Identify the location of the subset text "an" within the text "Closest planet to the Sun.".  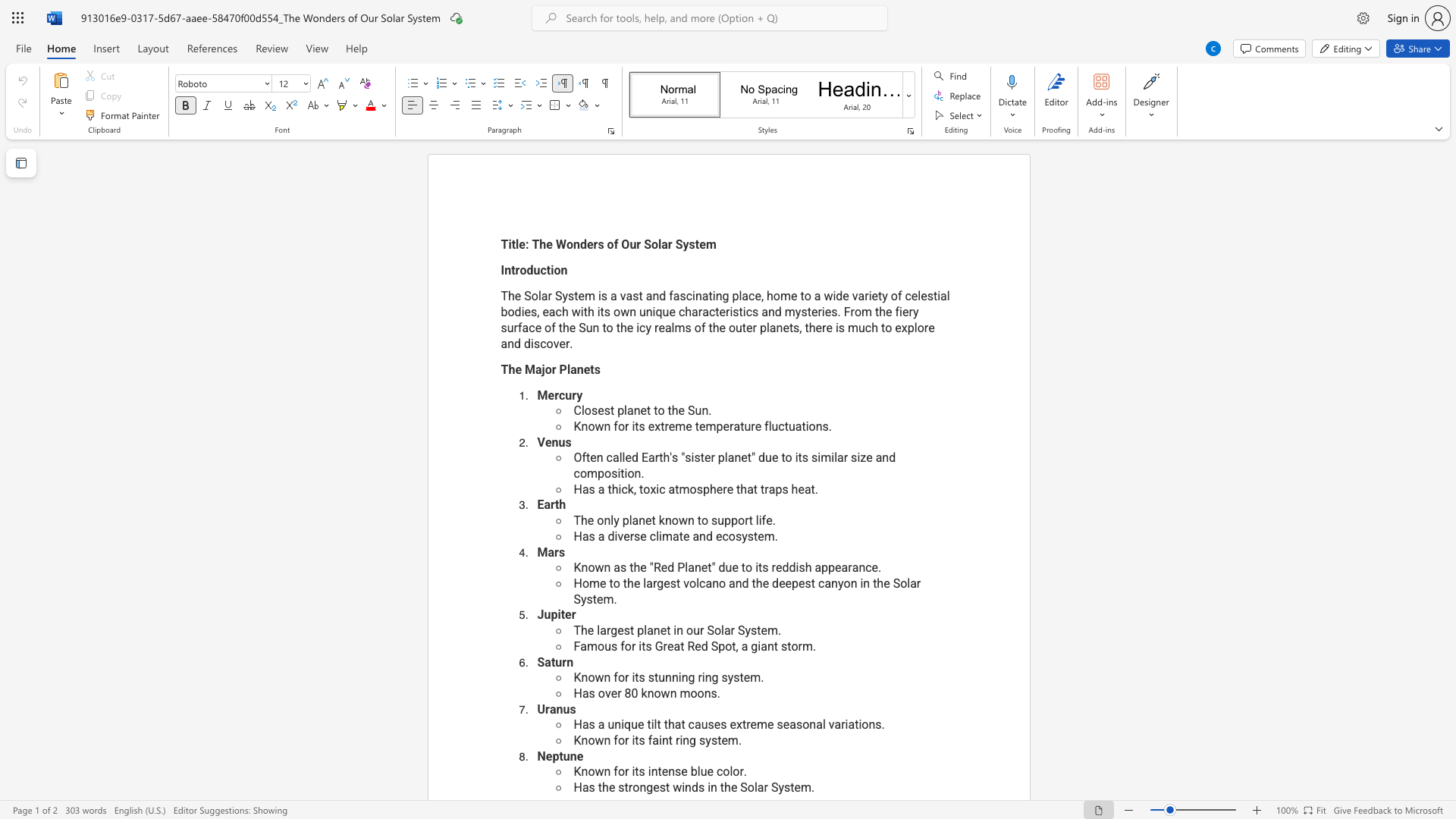
(626, 410).